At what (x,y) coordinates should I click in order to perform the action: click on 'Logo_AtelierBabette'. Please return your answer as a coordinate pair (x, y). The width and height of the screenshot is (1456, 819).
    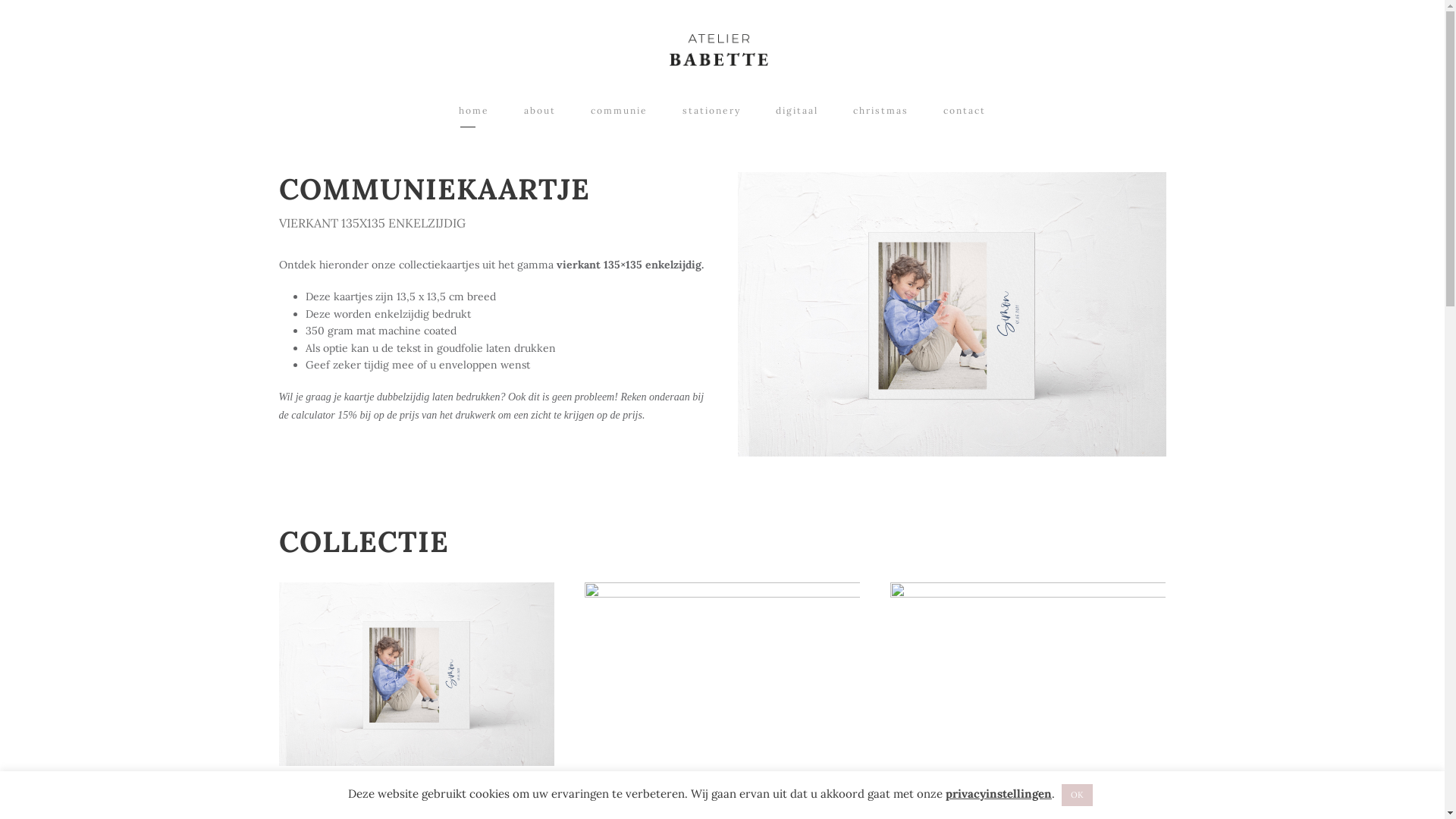
    Looking at the image, I should click on (717, 49).